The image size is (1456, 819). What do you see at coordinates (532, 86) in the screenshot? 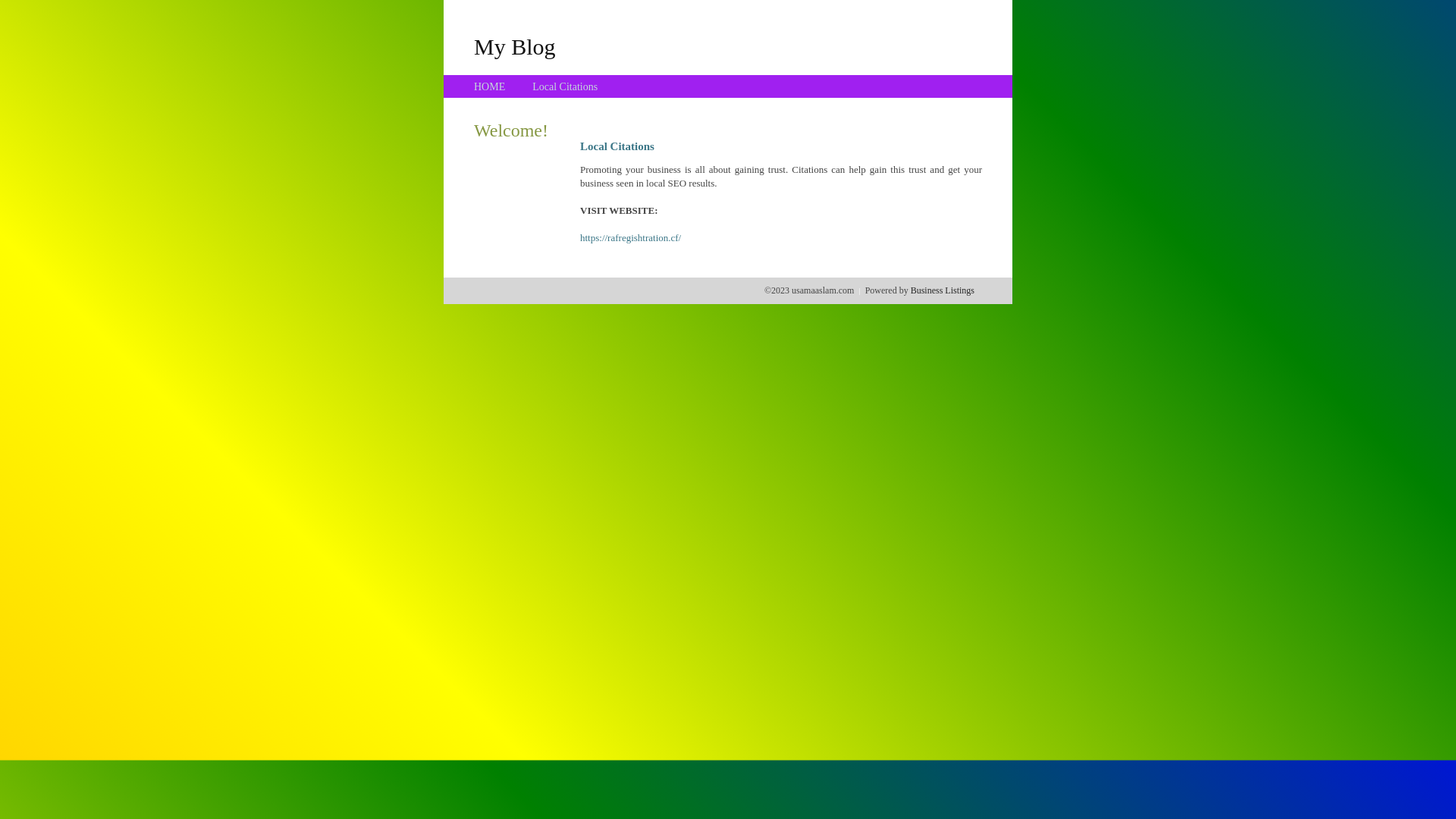
I see `'Local Citations'` at bounding box center [532, 86].